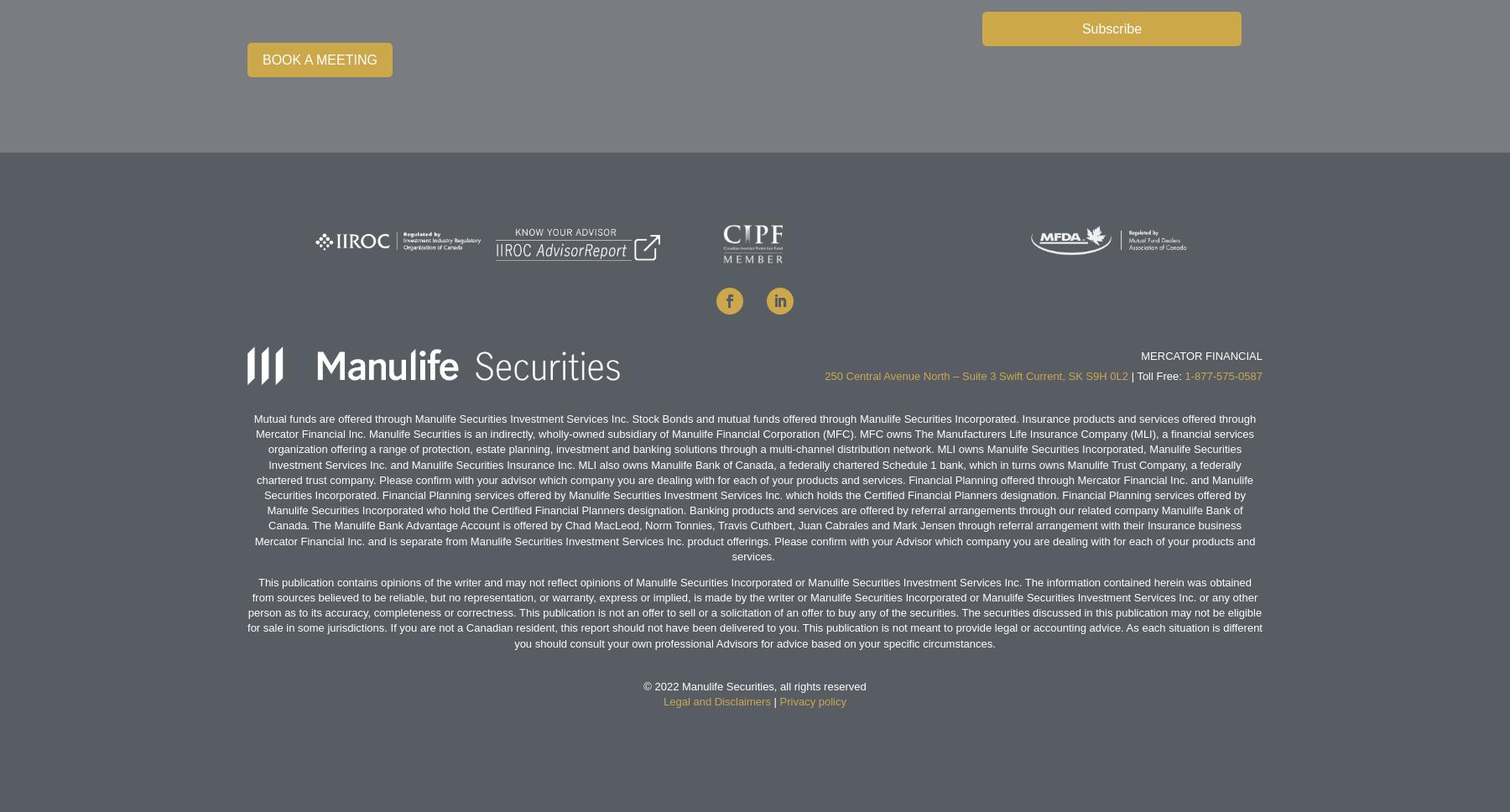 This screenshot has width=1510, height=812. Describe the element at coordinates (754, 524) in the screenshot. I see `'which holds the Certified Financial Planners designation. Financial Planning services offered by Manulife Securities Incorporated who hold the Certified Financial Planners designation. Banking products and services are offered by referral arrangements through our related company Manulife Bank of Canada. The Manulife Bank Advantage Account is offered by Chad MacLeod, Norm Tonnies, Travis Cuthbert, Juan Cabrales and Mark Jensen through referral arrangement with their Insurance business Mercator Financial Inc. and is separate from Manulife Securities Investment Services Inc. product offerings. Please confirm with your Advisor which company you are dealing with for each of your products and services.'` at that location.